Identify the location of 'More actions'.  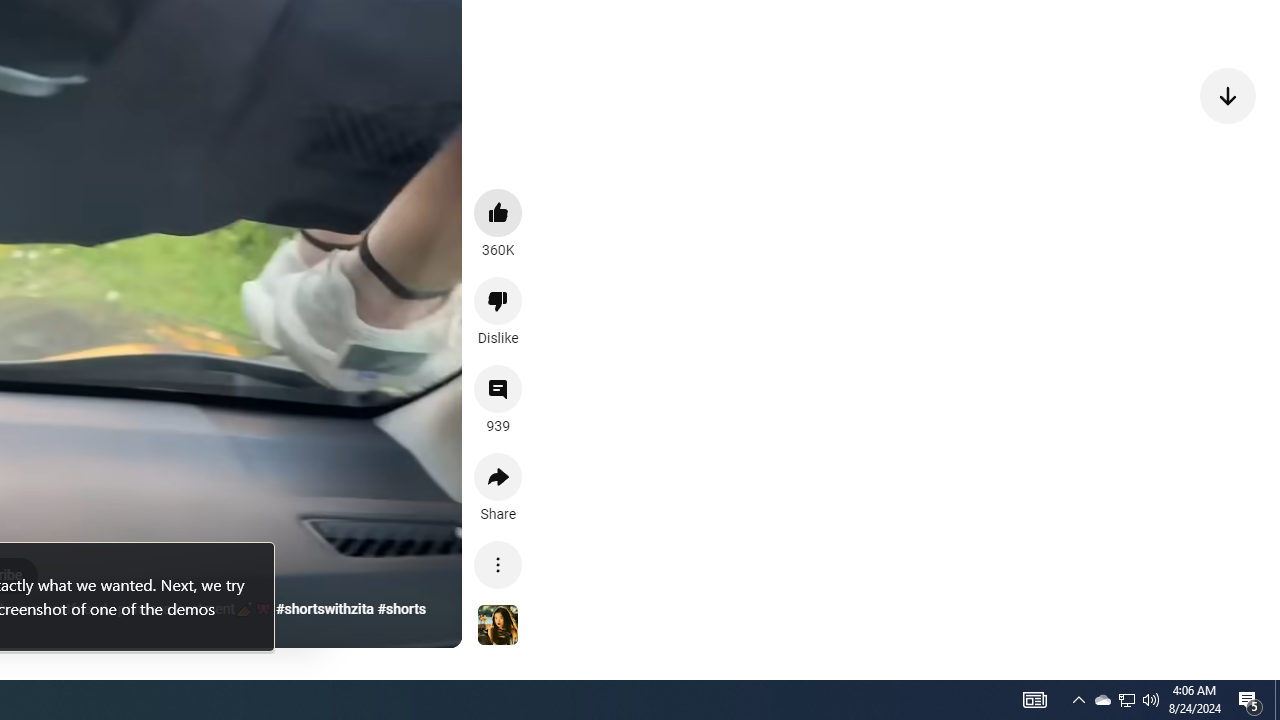
(498, 564).